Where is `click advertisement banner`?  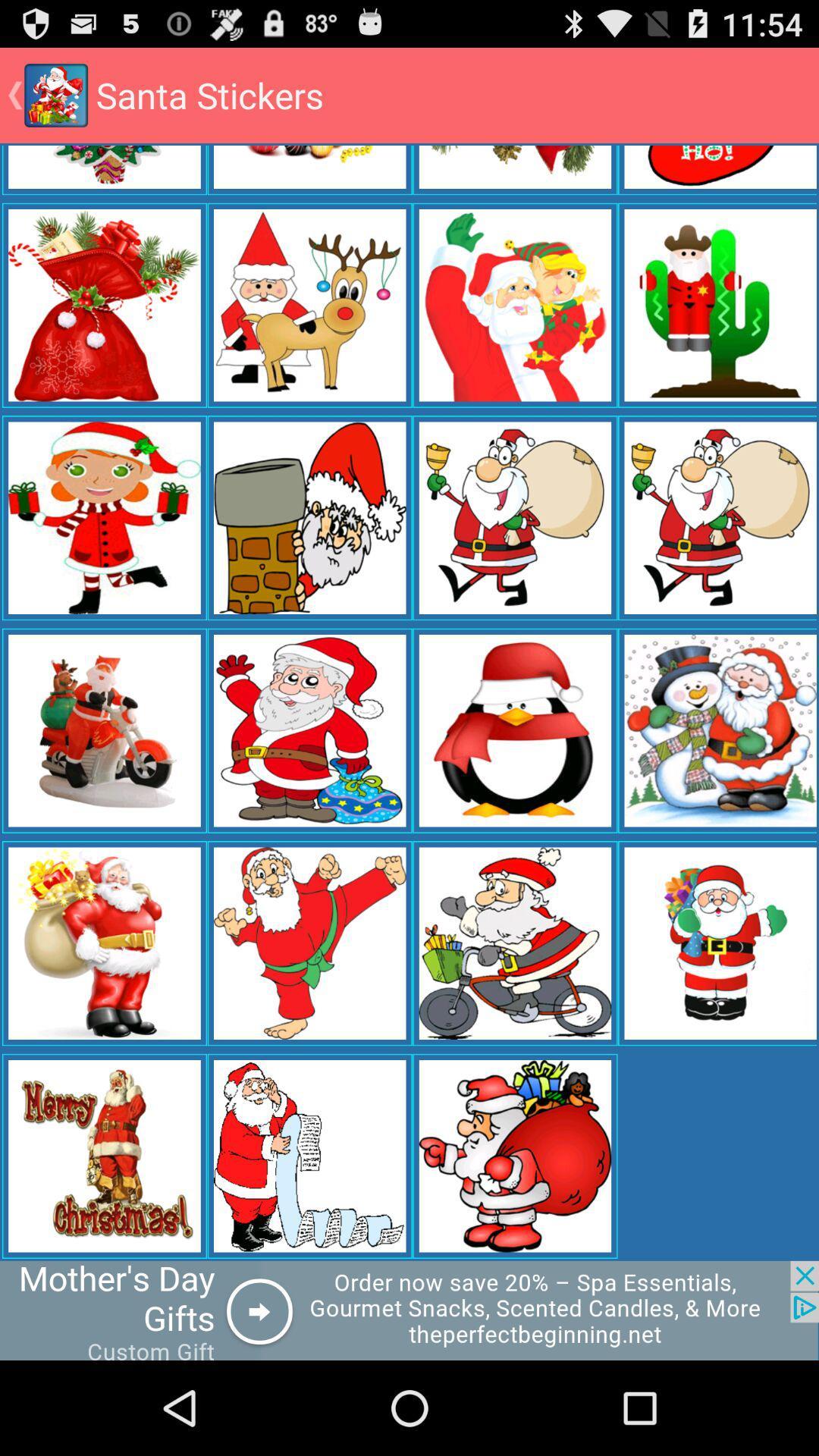
click advertisement banner is located at coordinates (409, 1310).